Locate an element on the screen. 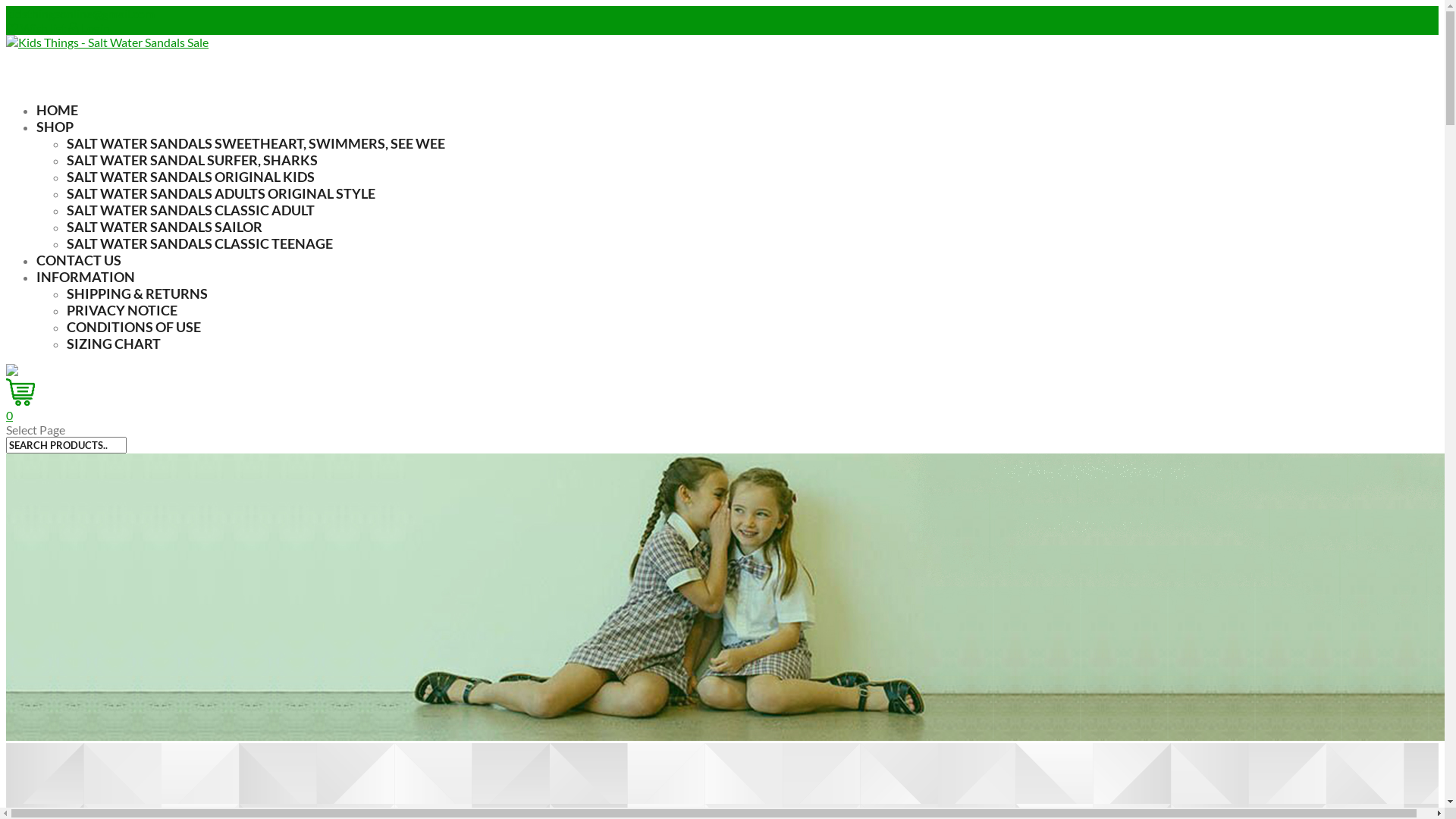 Image resolution: width=1456 pixels, height=819 pixels. 'INFORMATION' is located at coordinates (85, 277).